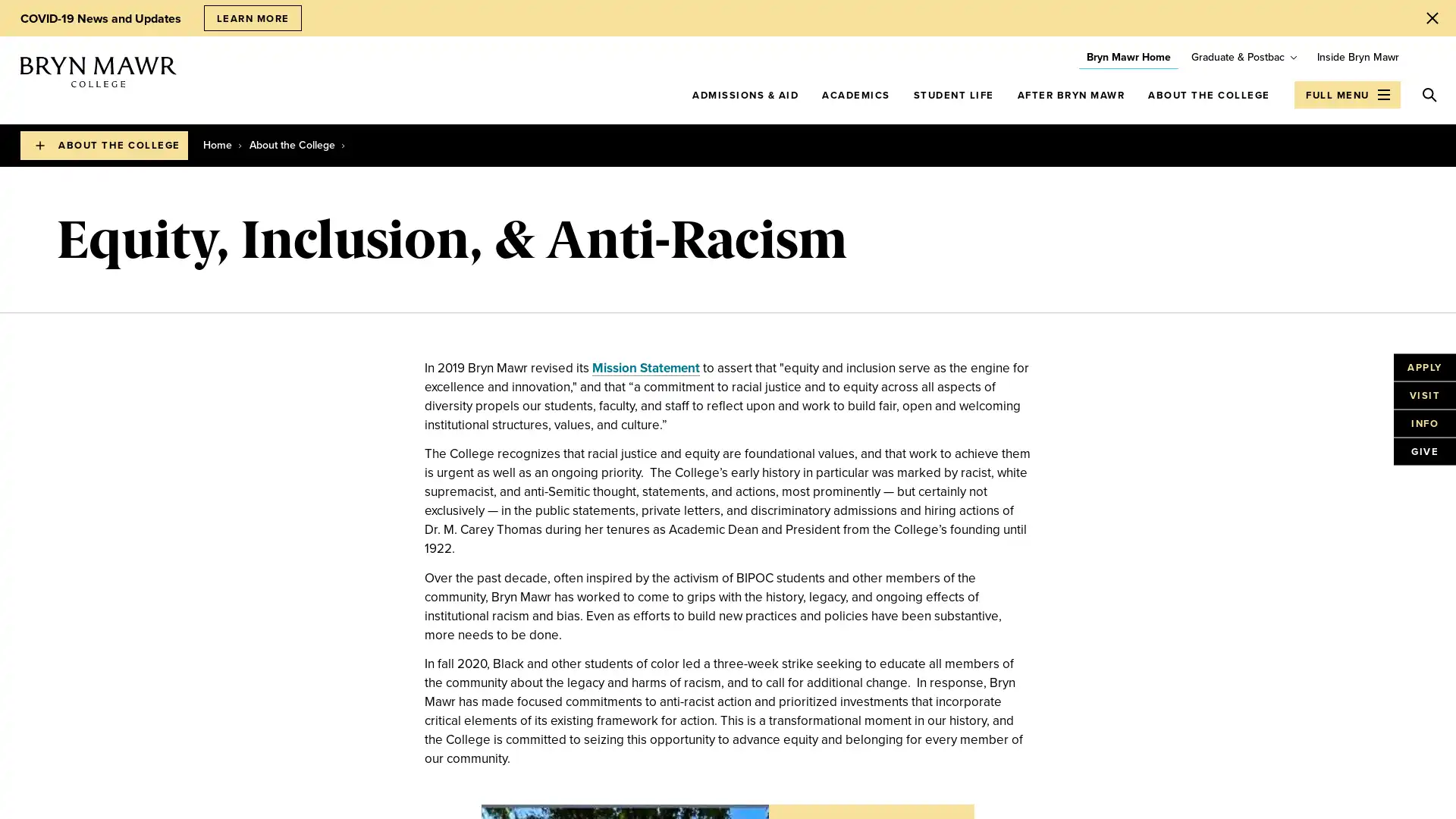 Image resolution: width=1456 pixels, height=819 pixels. Describe the element at coordinates (1347, 94) in the screenshot. I see `FULL MENU` at that location.